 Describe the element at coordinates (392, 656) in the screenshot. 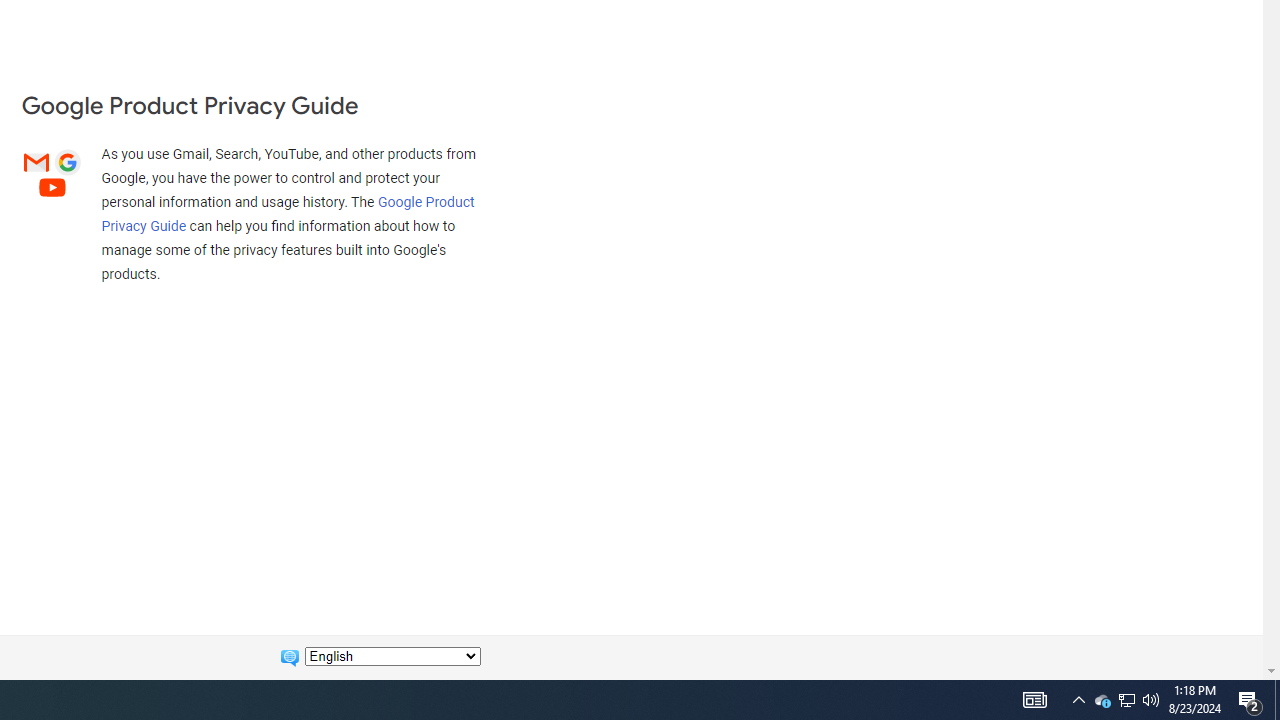

I see `'Change language:'` at that location.